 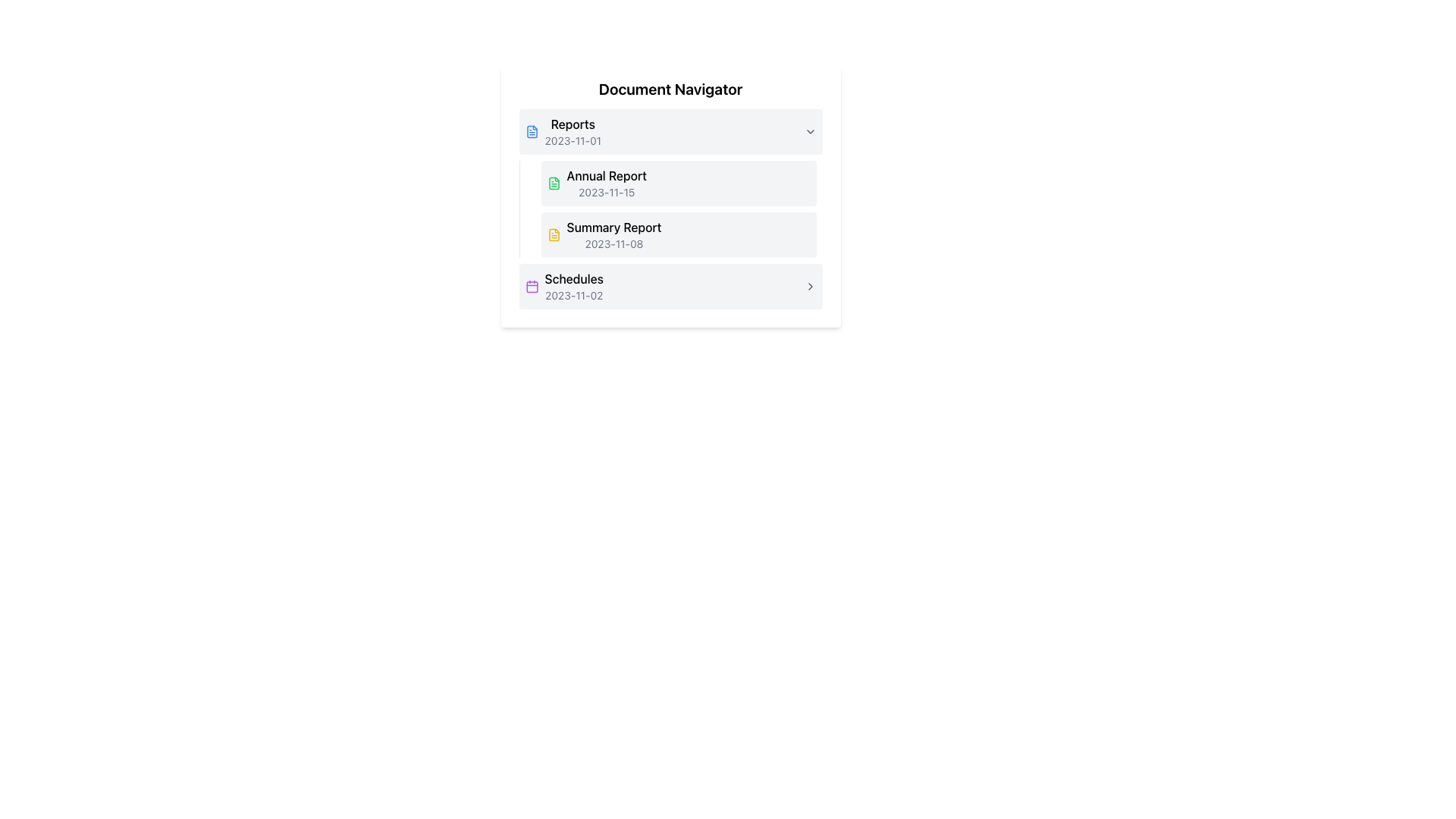 What do you see at coordinates (607, 192) in the screenshot?
I see `date displayed in the Text Label located slightly beneath the 'Annual Report' label, which serves as metadata for the report title` at bounding box center [607, 192].